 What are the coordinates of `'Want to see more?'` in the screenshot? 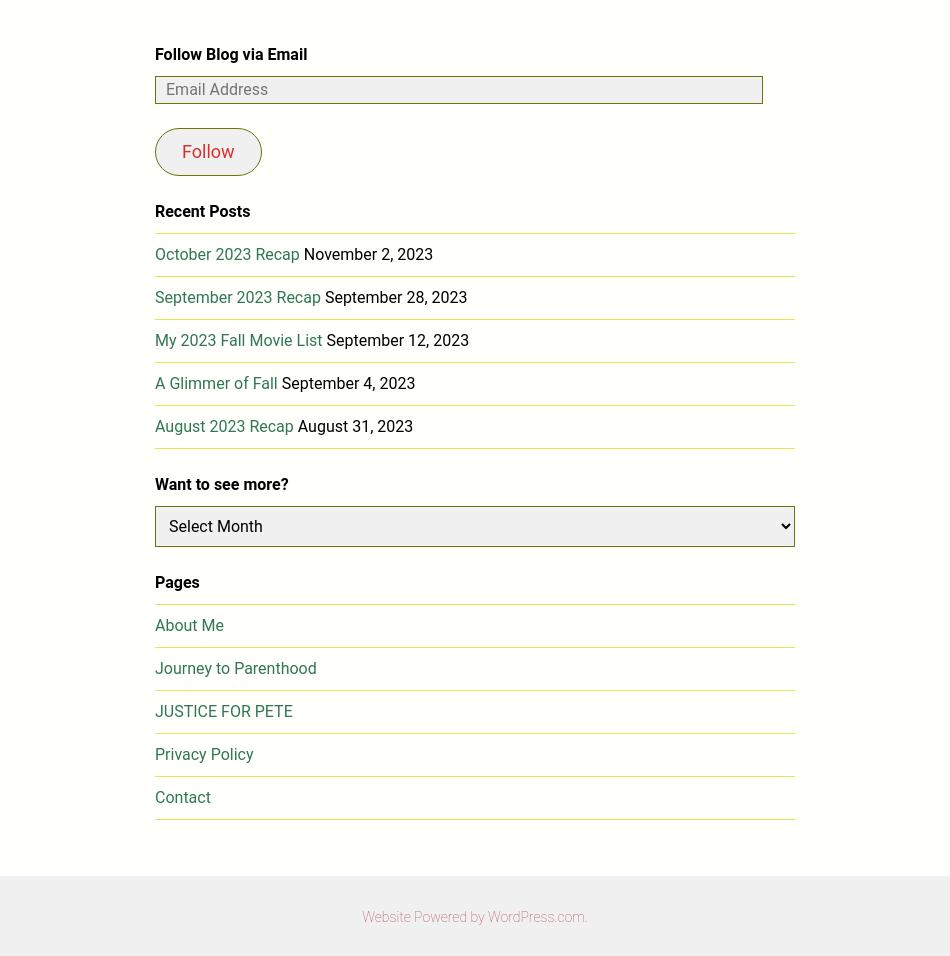 It's located at (155, 482).